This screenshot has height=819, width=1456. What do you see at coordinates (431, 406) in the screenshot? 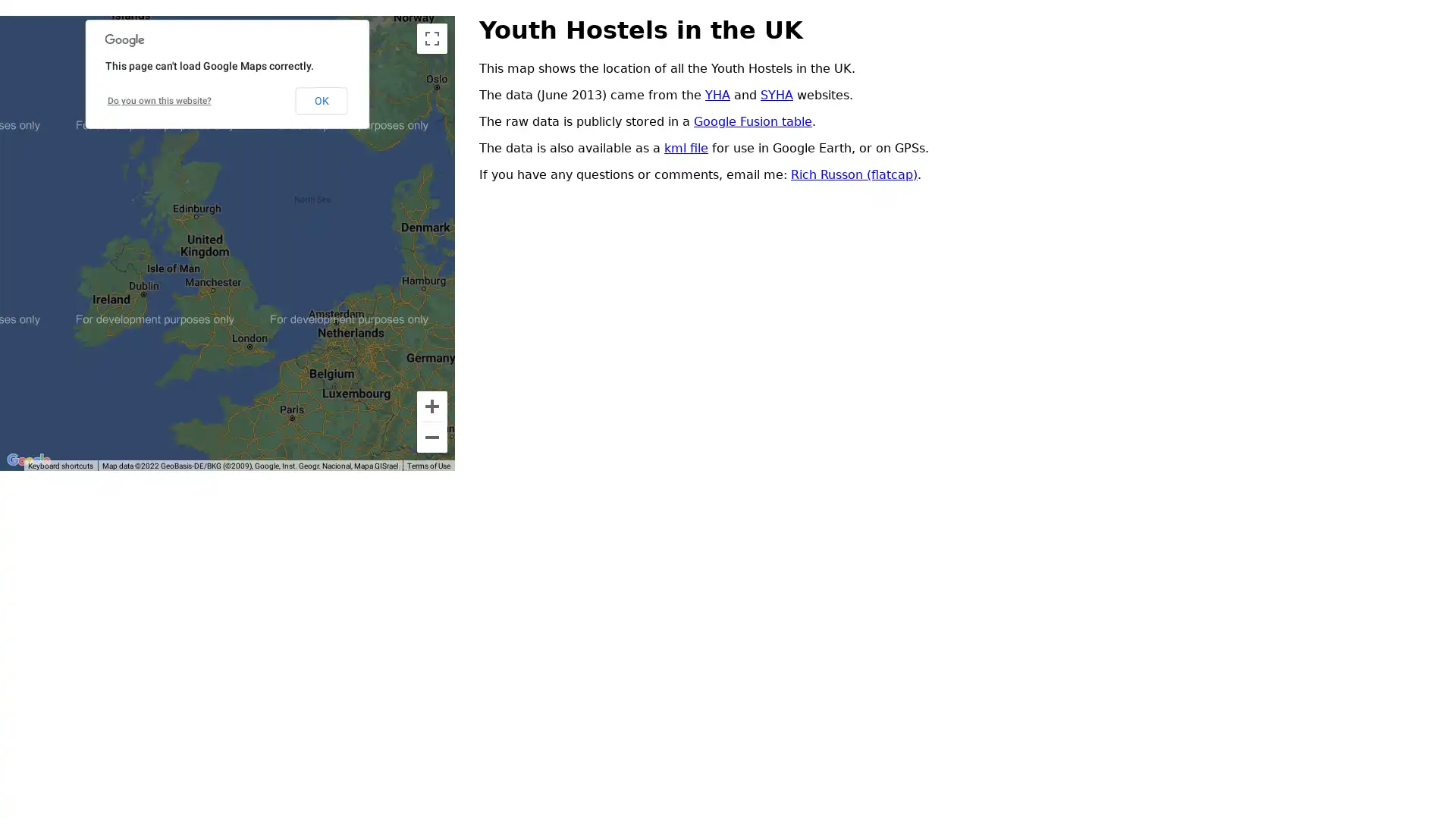
I see `Zoom in` at bounding box center [431, 406].